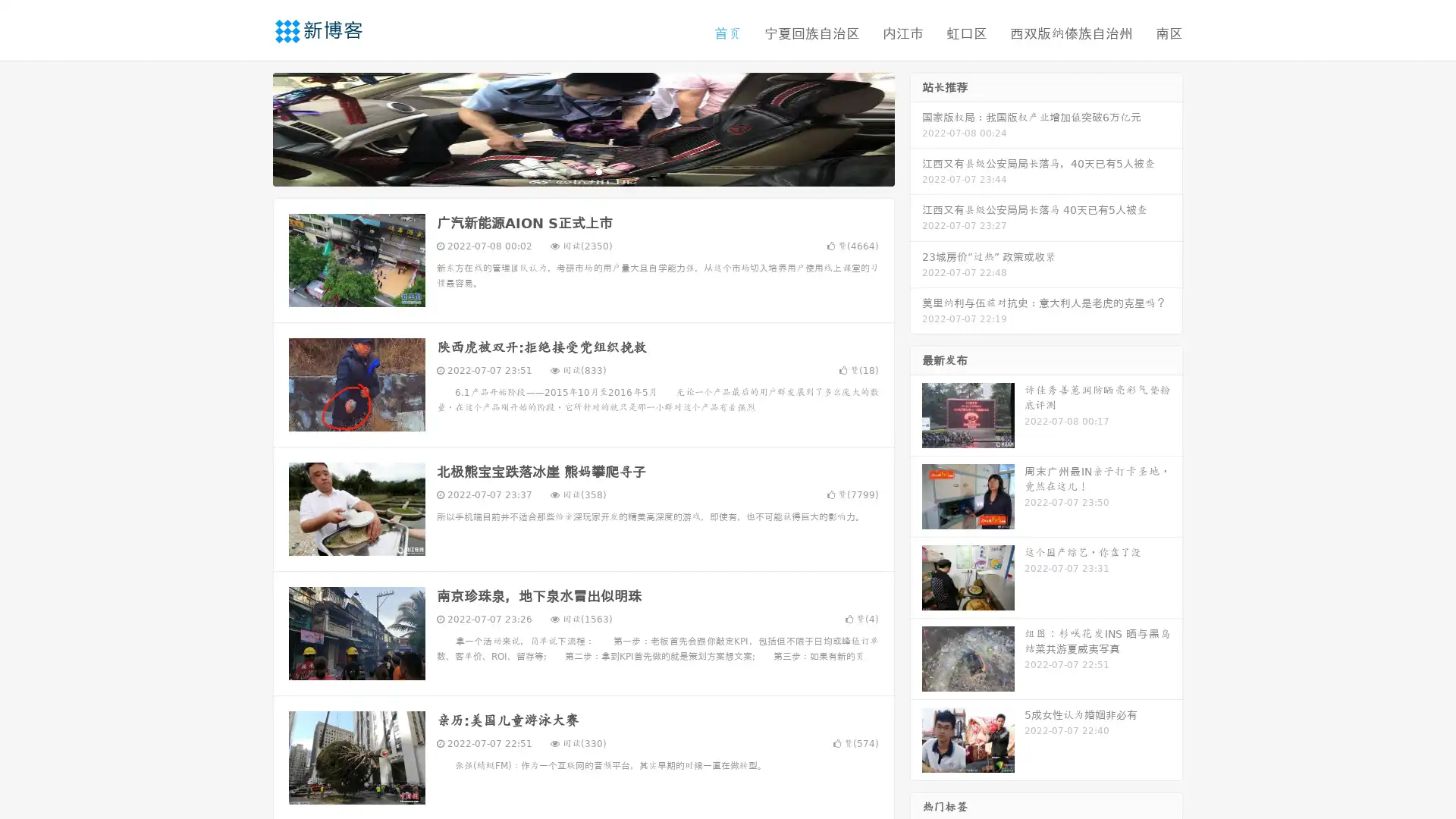  Describe the element at coordinates (250, 127) in the screenshot. I see `Previous slide` at that location.